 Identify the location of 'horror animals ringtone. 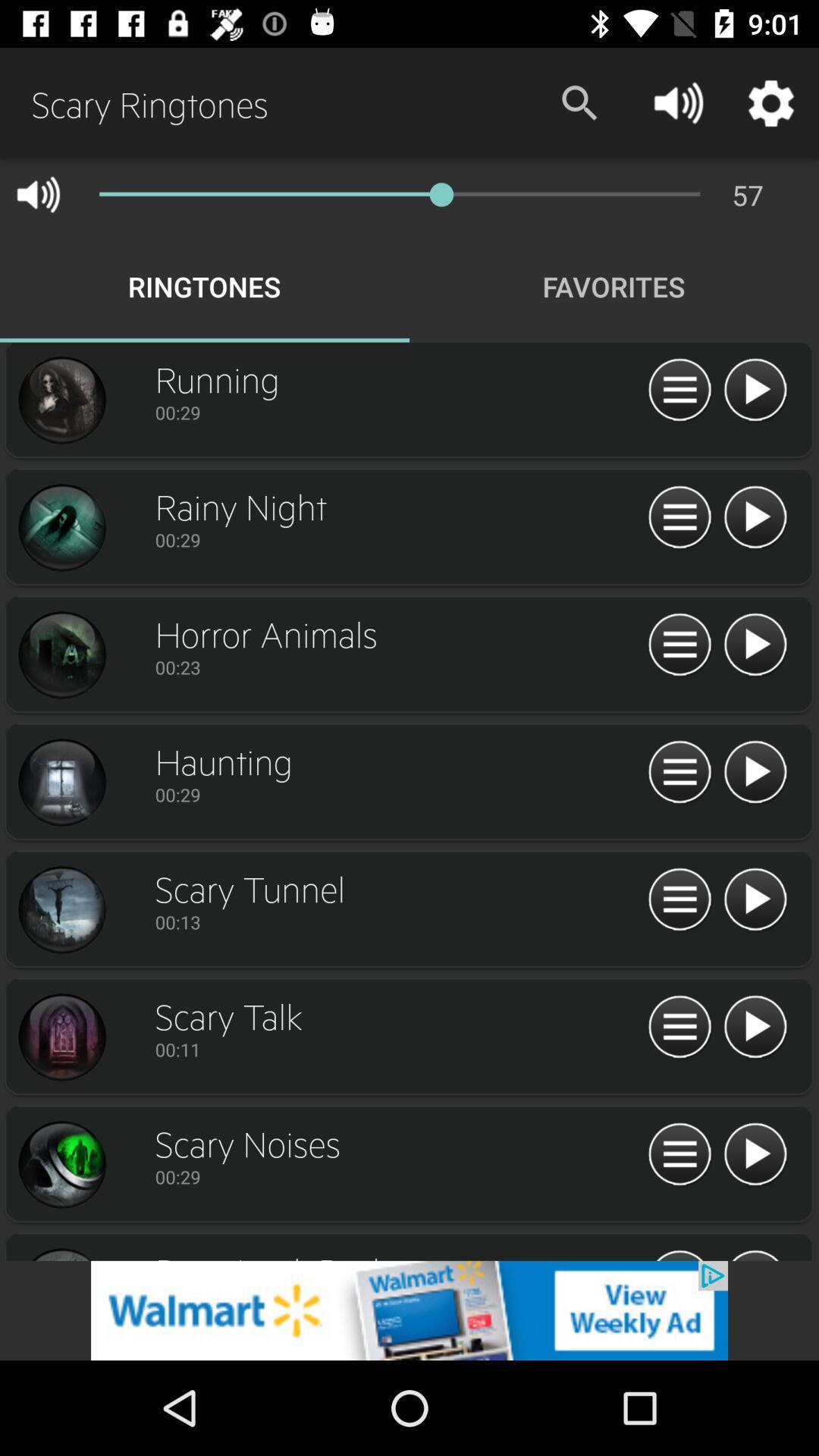
(755, 645).